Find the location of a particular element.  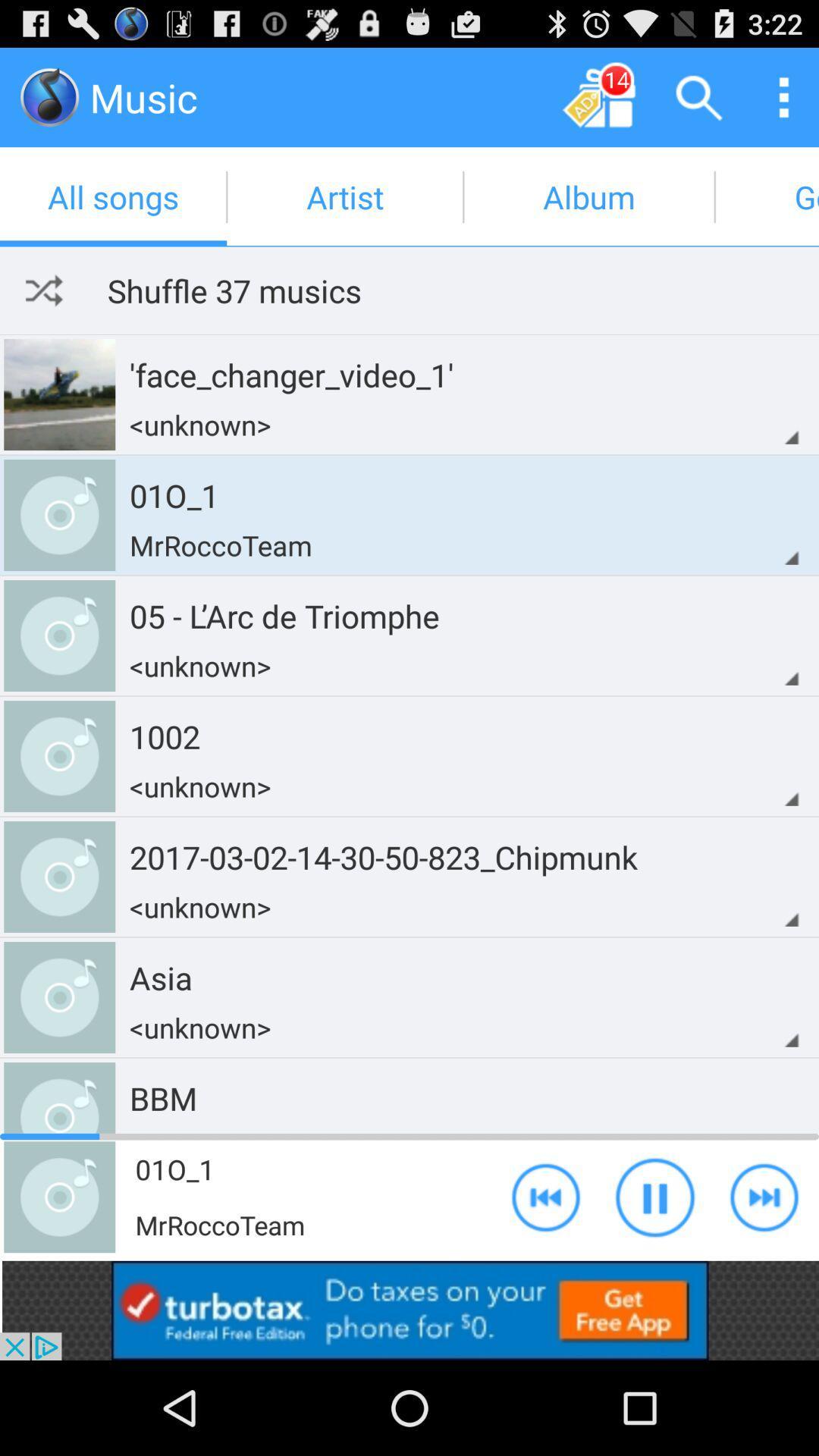

into the file is located at coordinates (49, 96).